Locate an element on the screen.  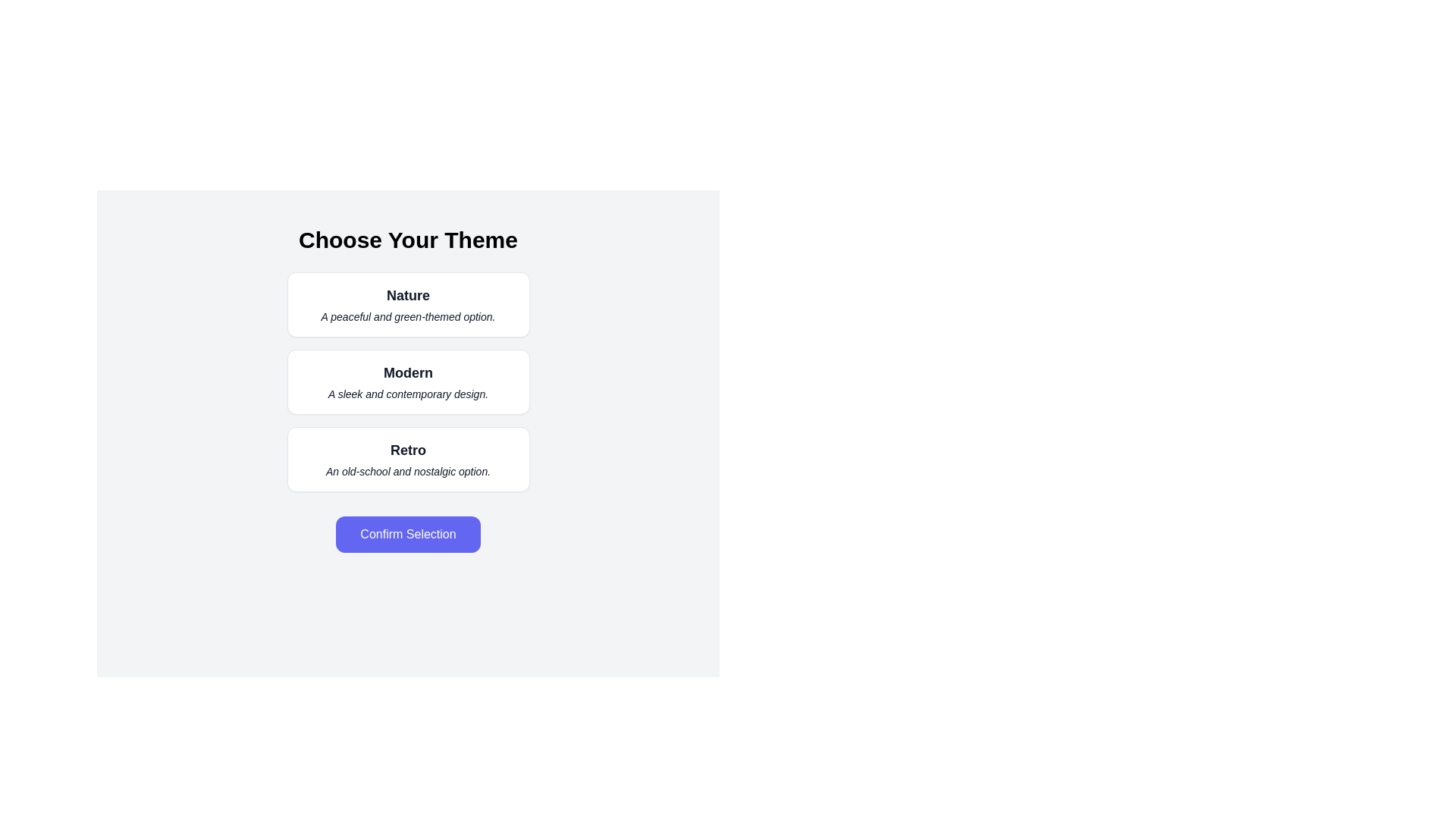
the 'Modern' theme card, which is the second option in the 'Choose Your Theme' group is located at coordinates (408, 381).